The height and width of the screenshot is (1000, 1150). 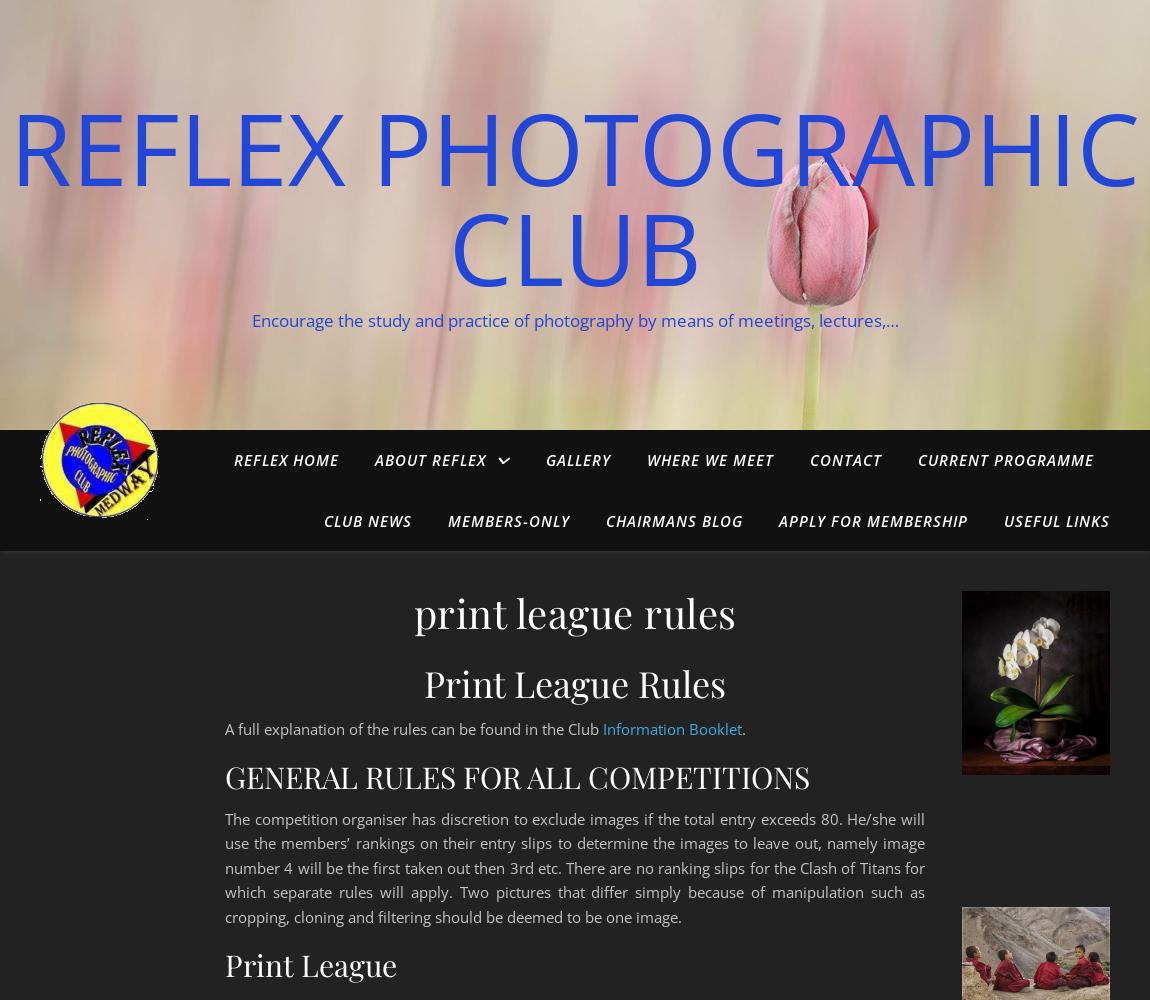 What do you see at coordinates (412, 611) in the screenshot?
I see `'print league rules'` at bounding box center [412, 611].